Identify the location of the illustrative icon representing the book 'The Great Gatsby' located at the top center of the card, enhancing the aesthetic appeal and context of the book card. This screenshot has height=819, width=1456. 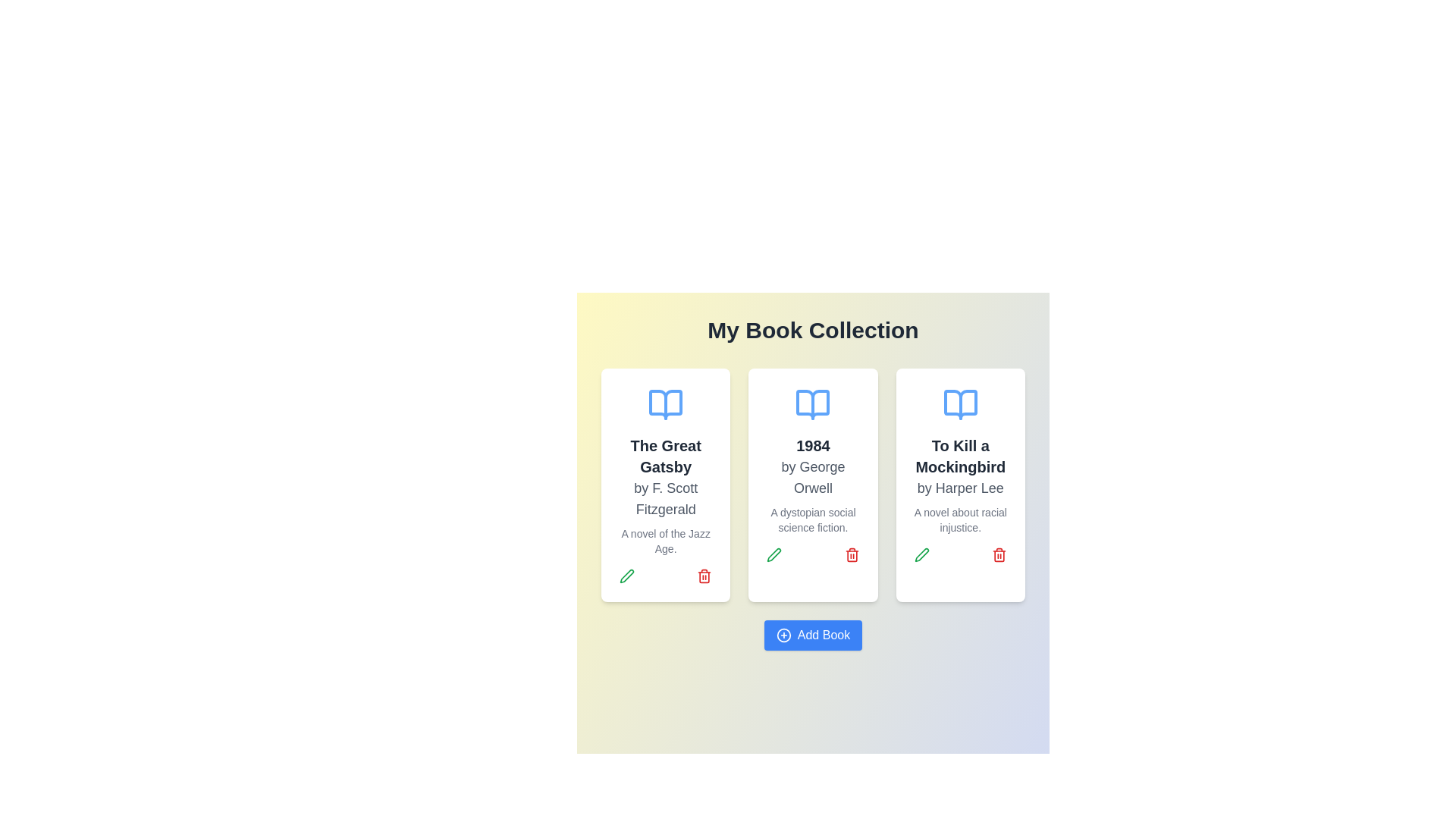
(666, 403).